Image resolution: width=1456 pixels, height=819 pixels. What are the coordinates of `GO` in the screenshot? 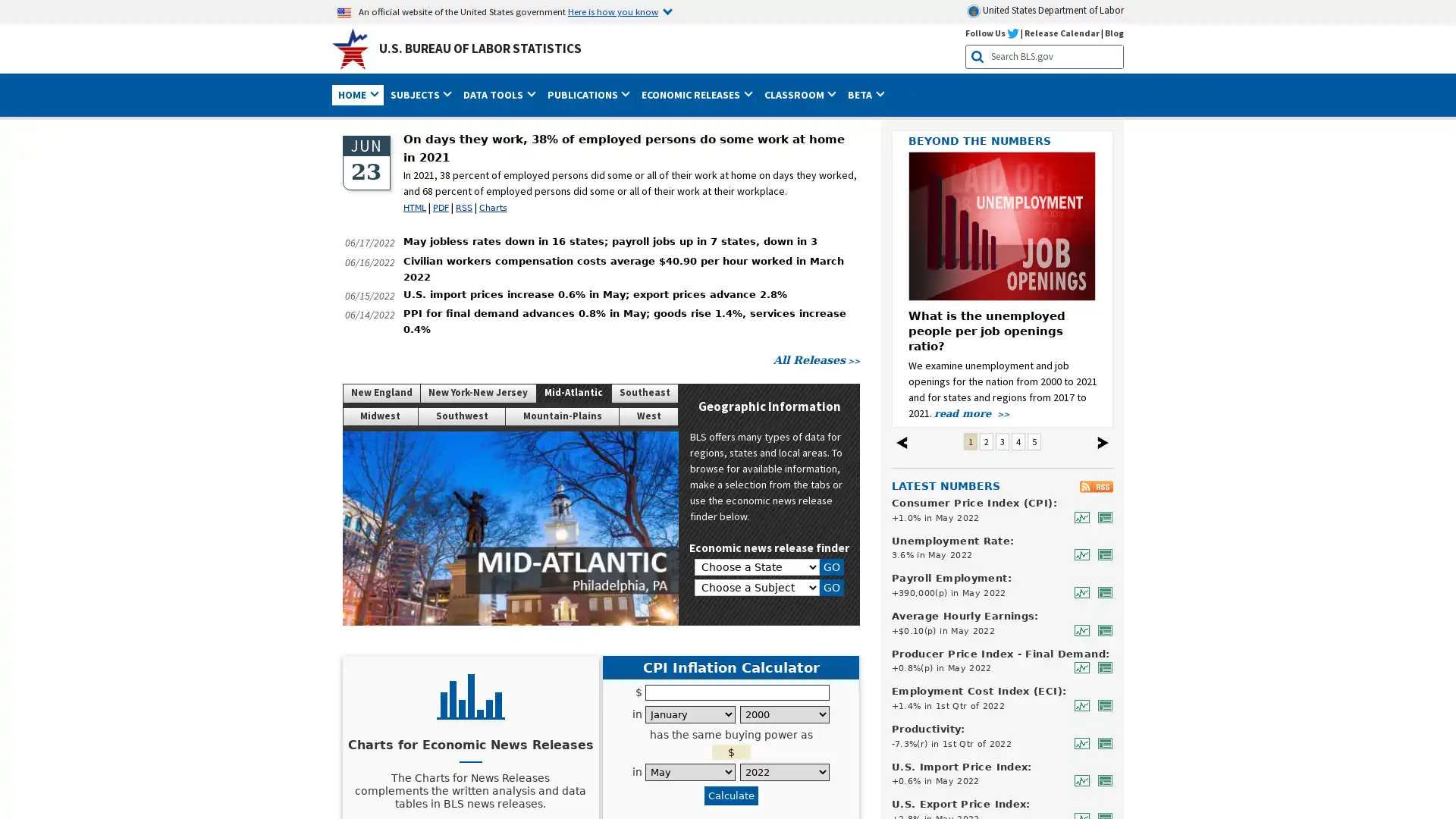 It's located at (831, 567).